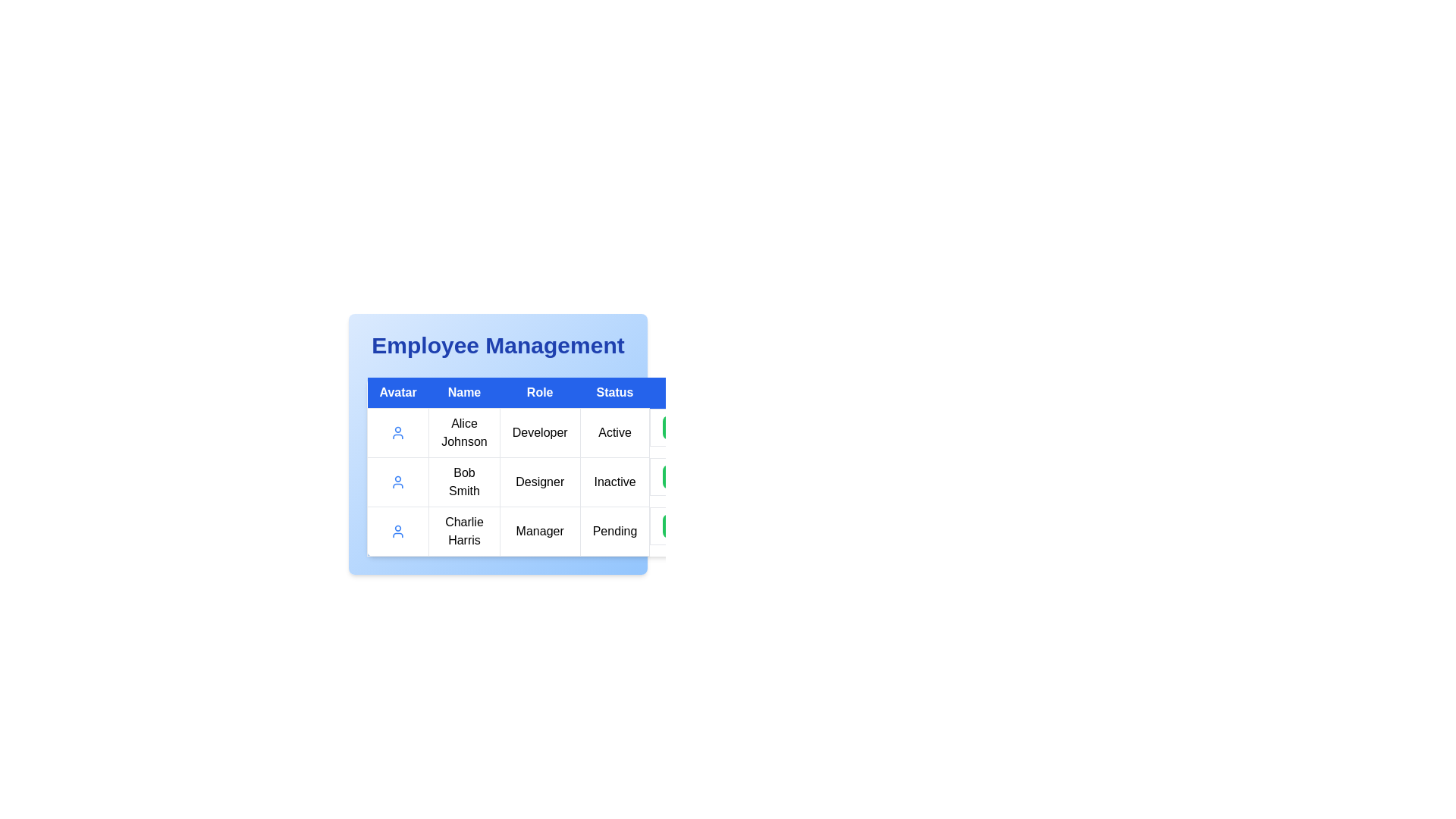  Describe the element at coordinates (540, 432) in the screenshot. I see `text label indicating the 'Role' of 'Alice Johnson', which states that she is a 'Developer'` at that location.